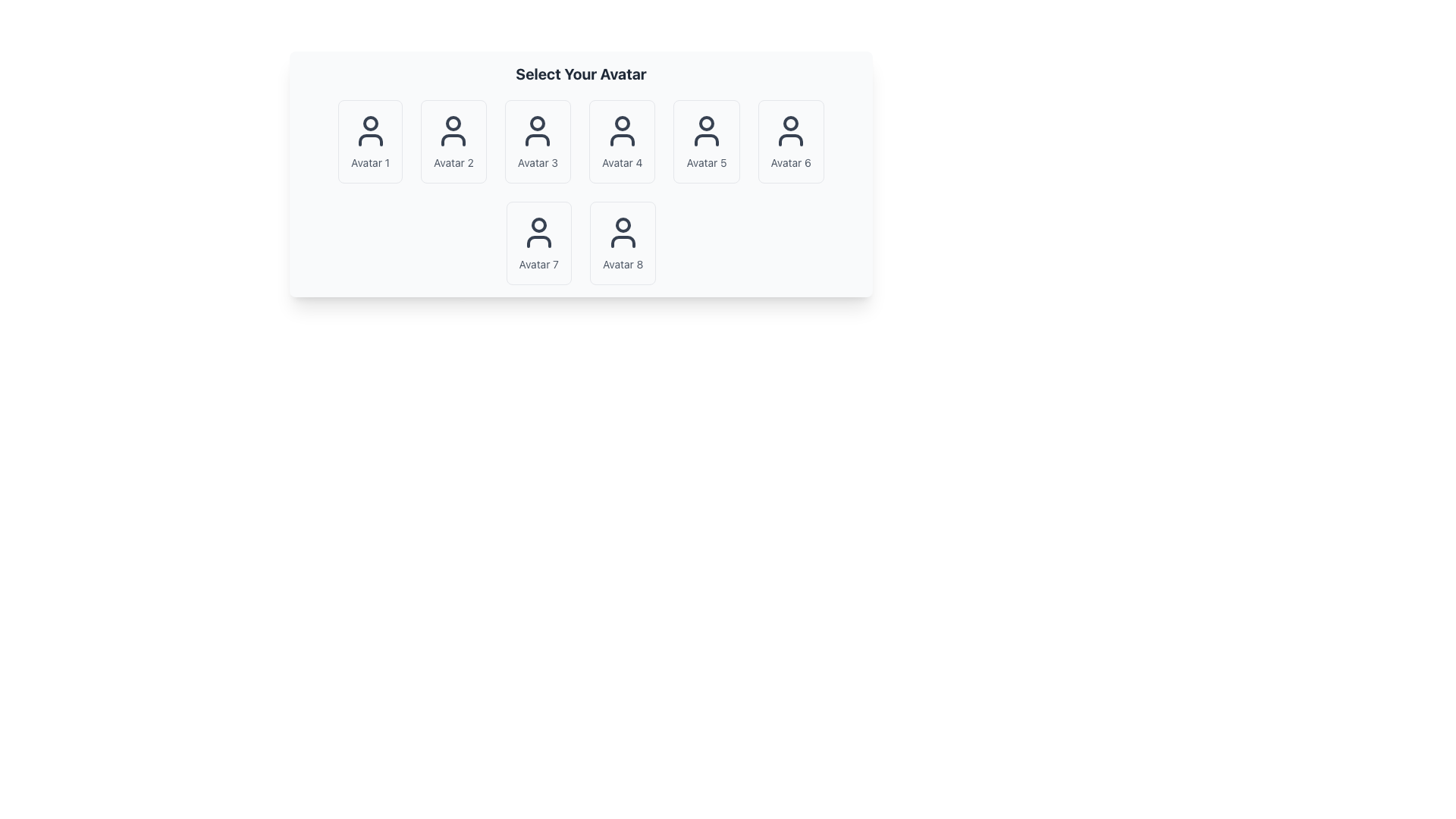 The width and height of the screenshot is (1456, 819). Describe the element at coordinates (623, 263) in the screenshot. I see `text from the last text label located below the avatar icon in the bottom row, last column, next to 'Avatar 7'` at that location.